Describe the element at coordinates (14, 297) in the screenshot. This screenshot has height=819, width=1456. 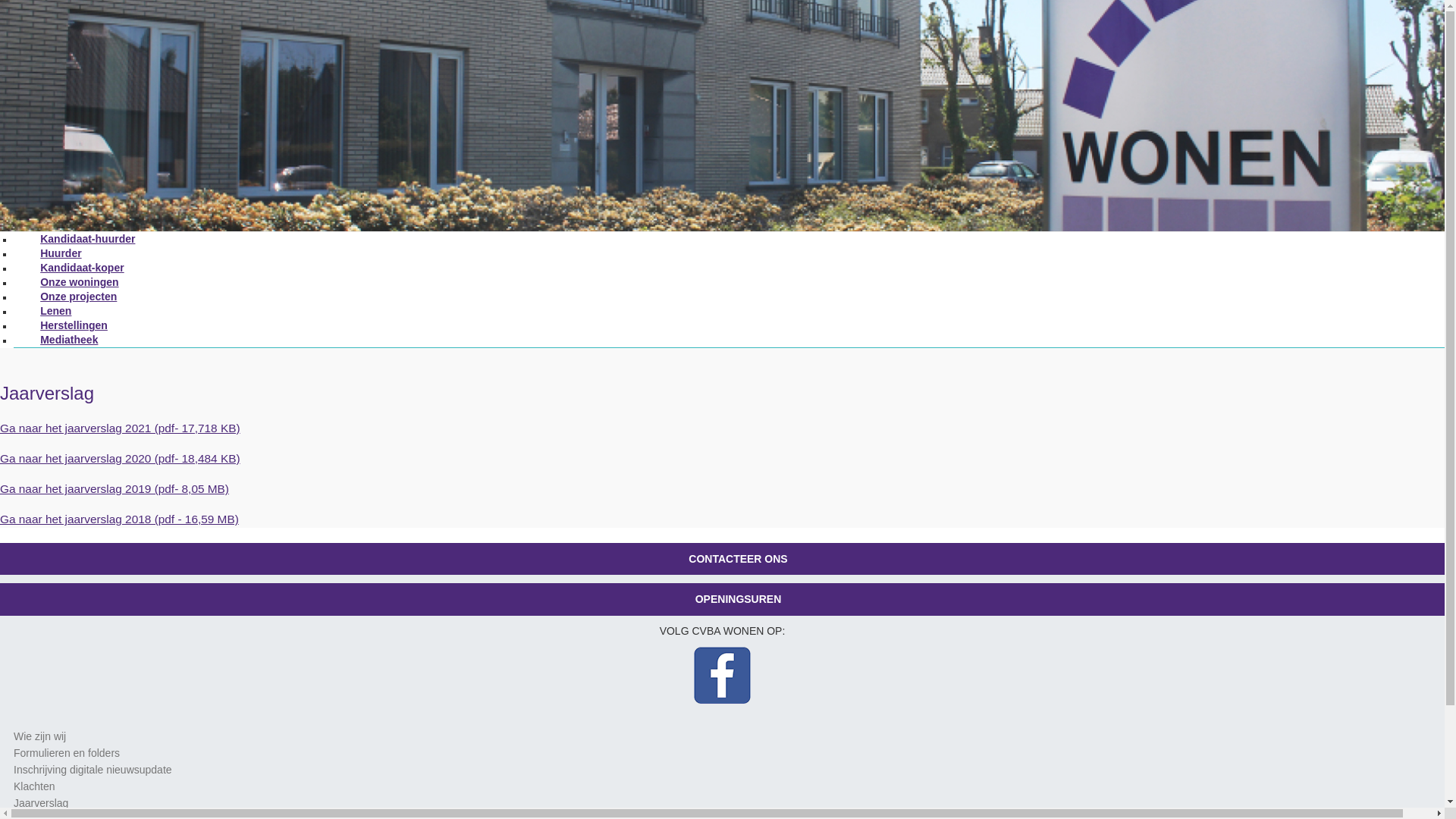
I see `'Onze projecten'` at that location.